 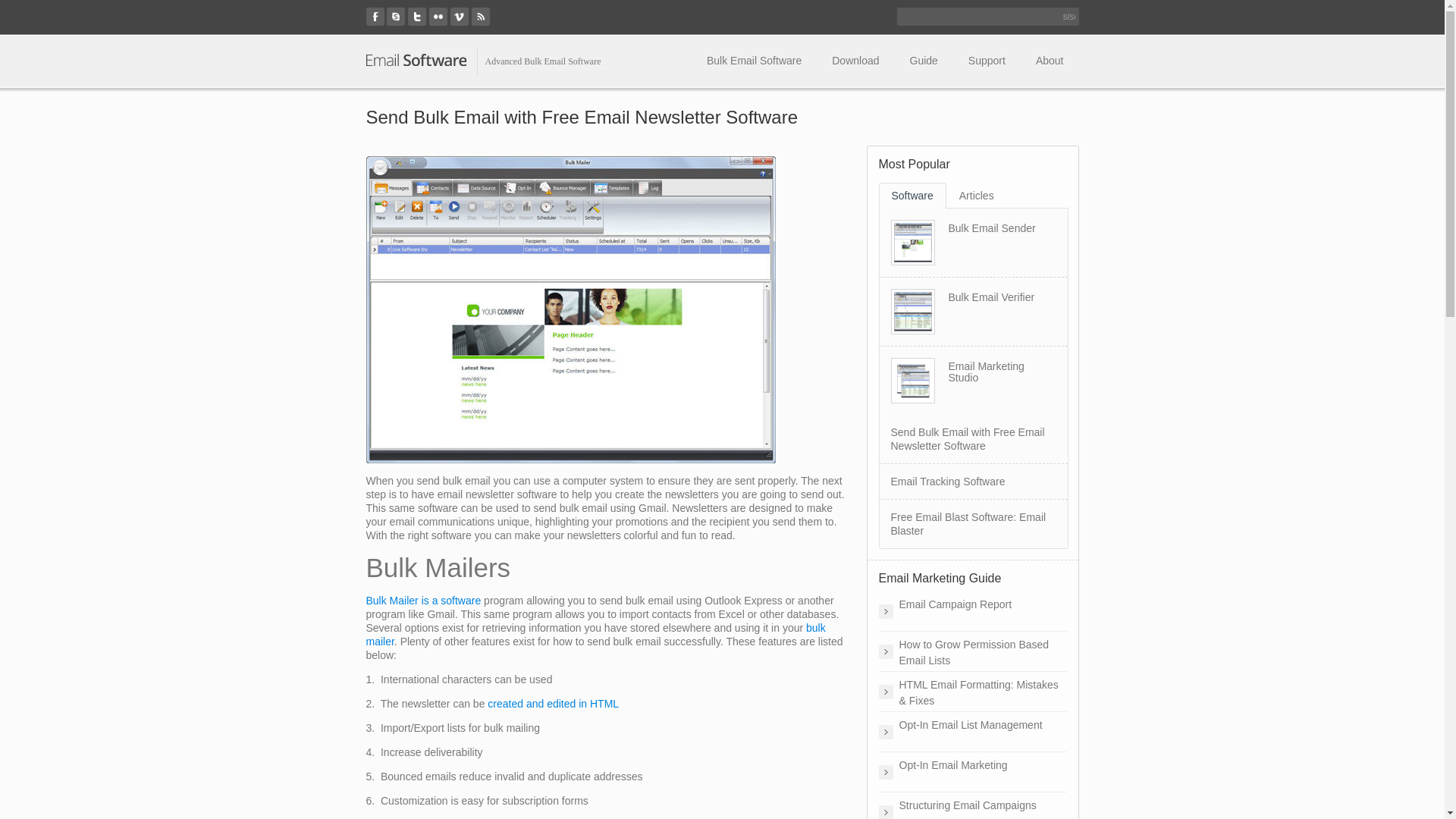 What do you see at coordinates (422, 599) in the screenshot?
I see `'Bulk Mailer is a software'` at bounding box center [422, 599].